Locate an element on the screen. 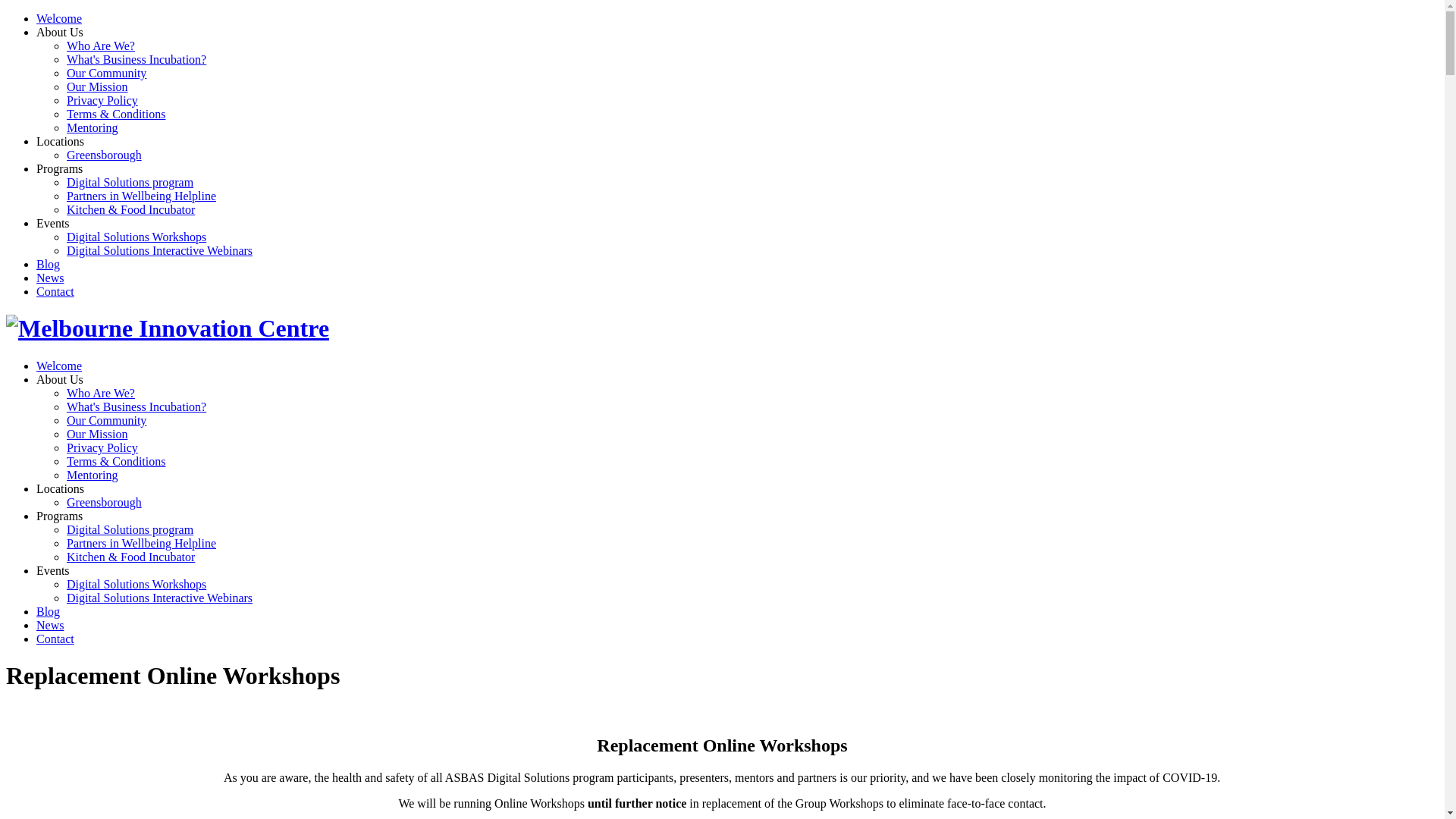  'Contact' is located at coordinates (55, 291).